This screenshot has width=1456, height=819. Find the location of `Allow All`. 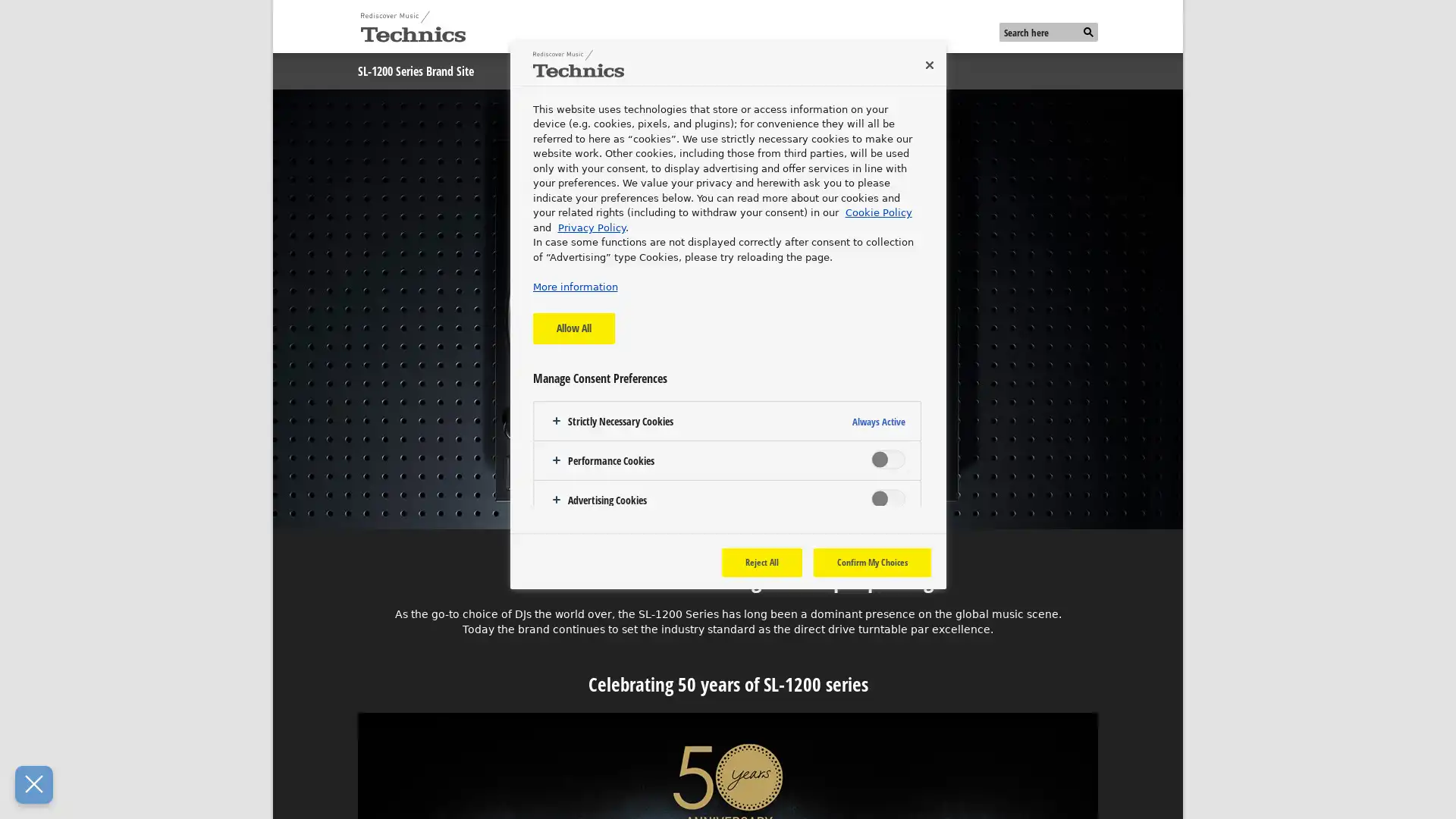

Allow All is located at coordinates (572, 327).